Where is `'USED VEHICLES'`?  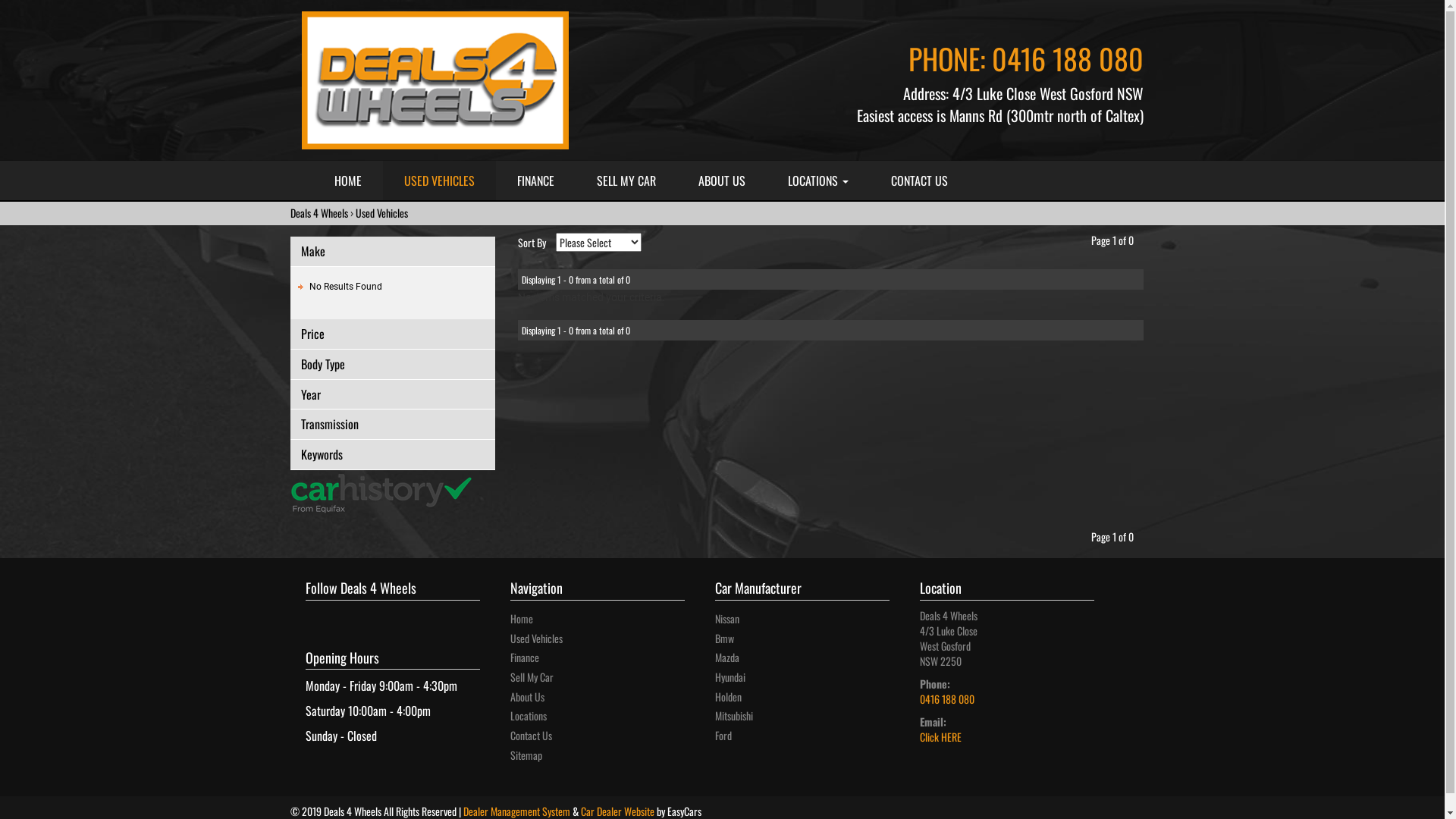 'USED VEHICLES' is located at coordinates (438, 180).